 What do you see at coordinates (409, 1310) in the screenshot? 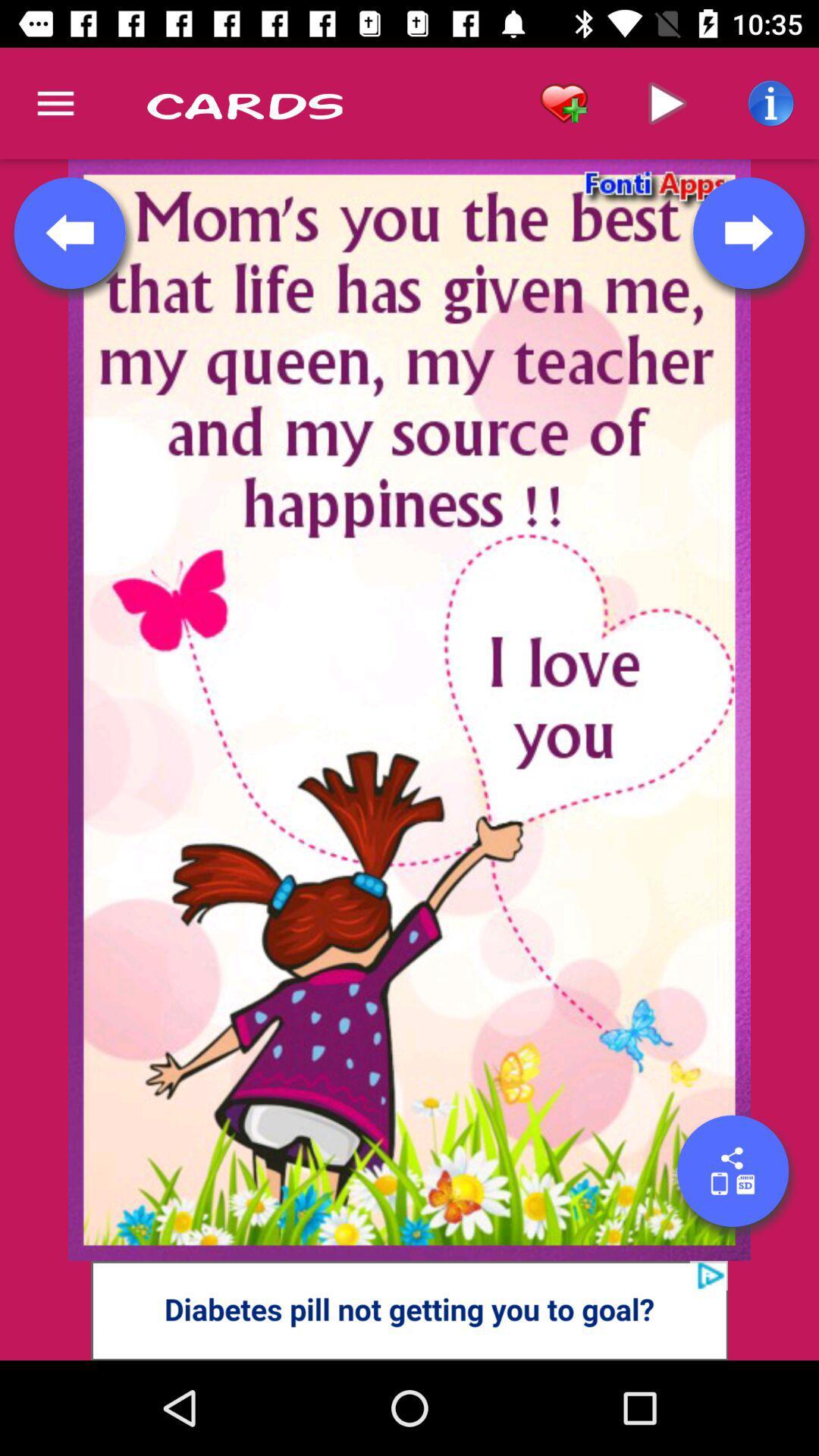
I see `open advertisement` at bounding box center [409, 1310].